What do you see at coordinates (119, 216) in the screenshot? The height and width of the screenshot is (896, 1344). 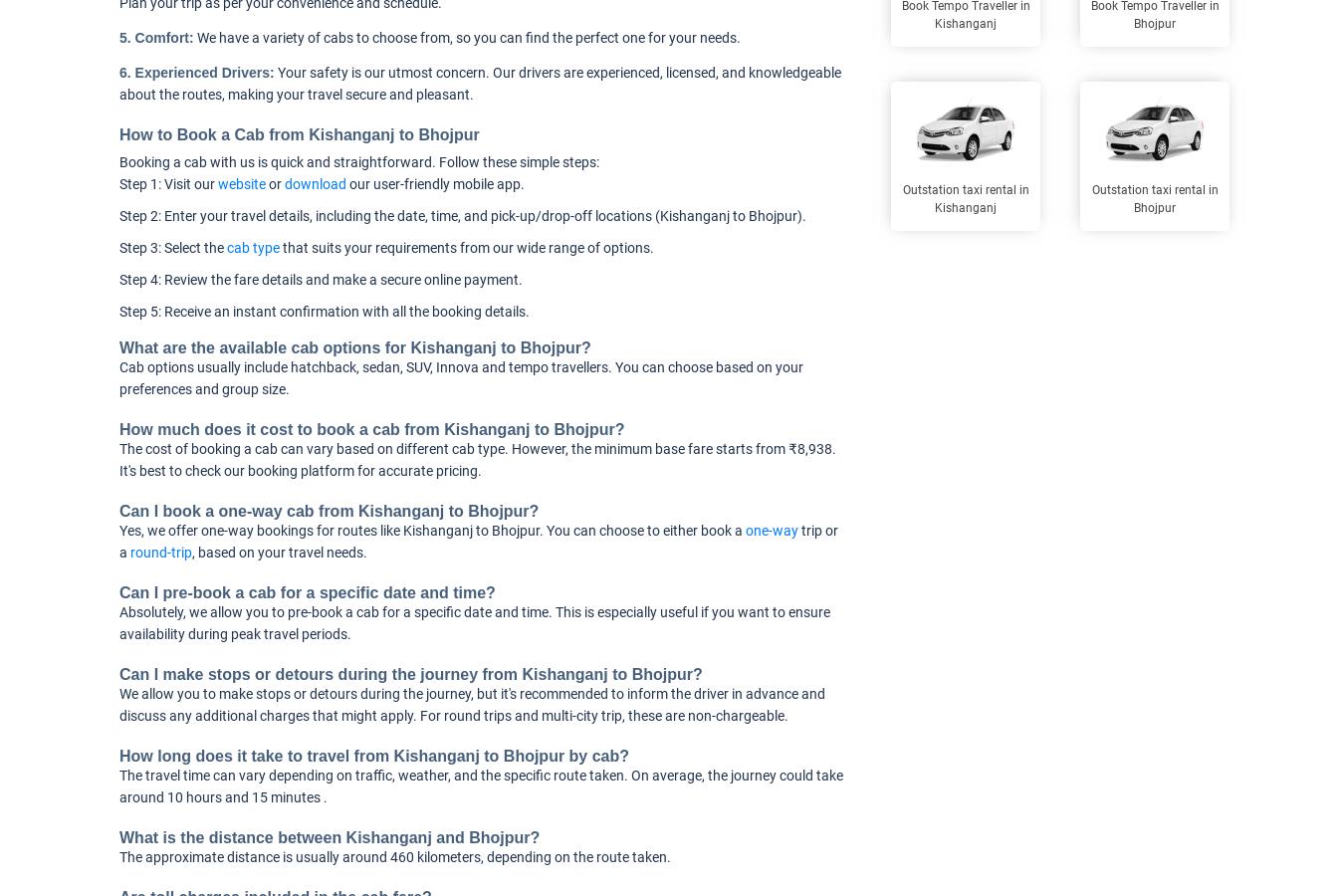 I see `'Step 2: Enter your travel details, including the date, time, and pick-up/drop-off locations (Kishanganj to Bhojpur).'` at bounding box center [119, 216].